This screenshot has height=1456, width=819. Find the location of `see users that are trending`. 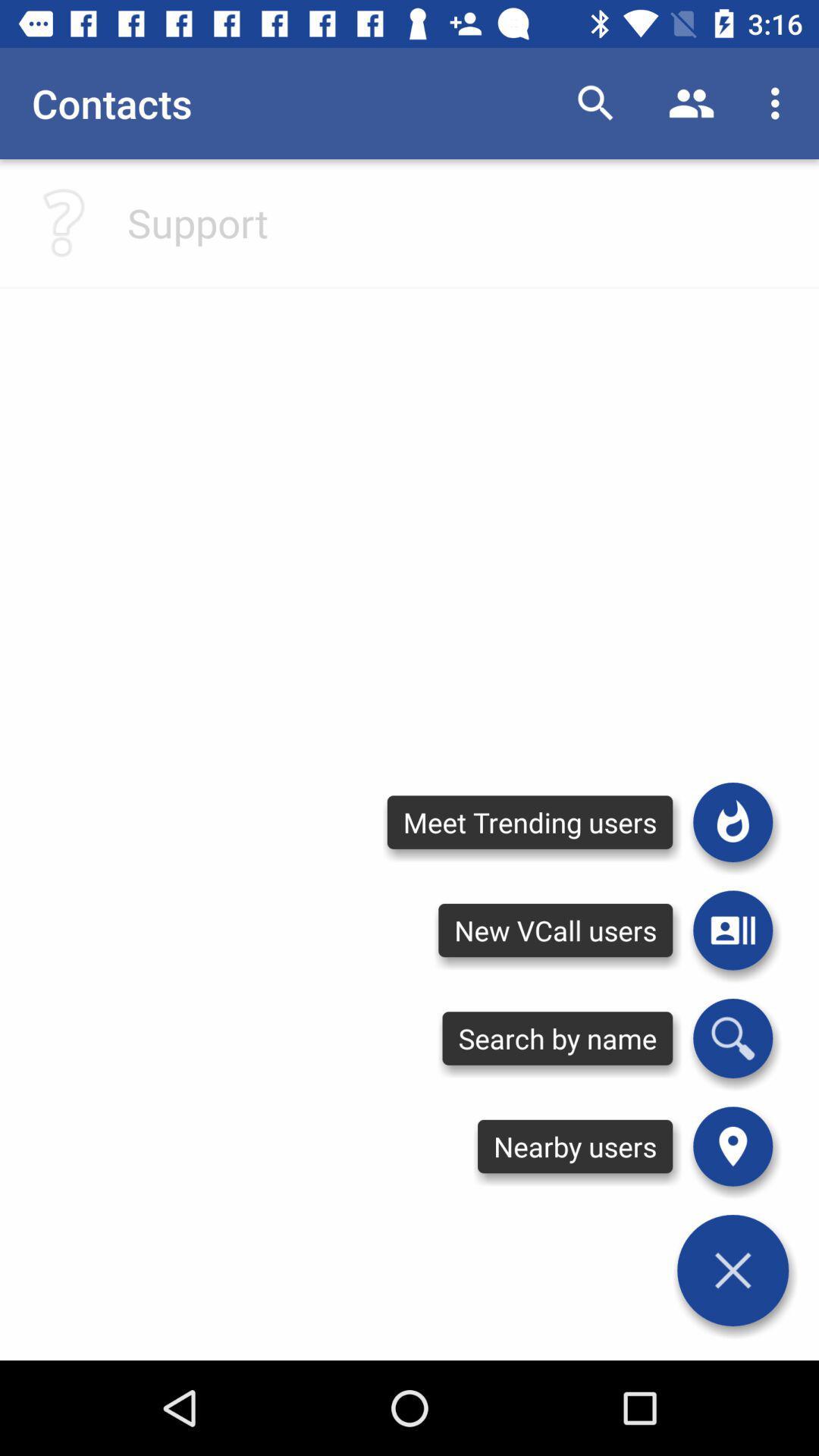

see users that are trending is located at coordinates (732, 821).